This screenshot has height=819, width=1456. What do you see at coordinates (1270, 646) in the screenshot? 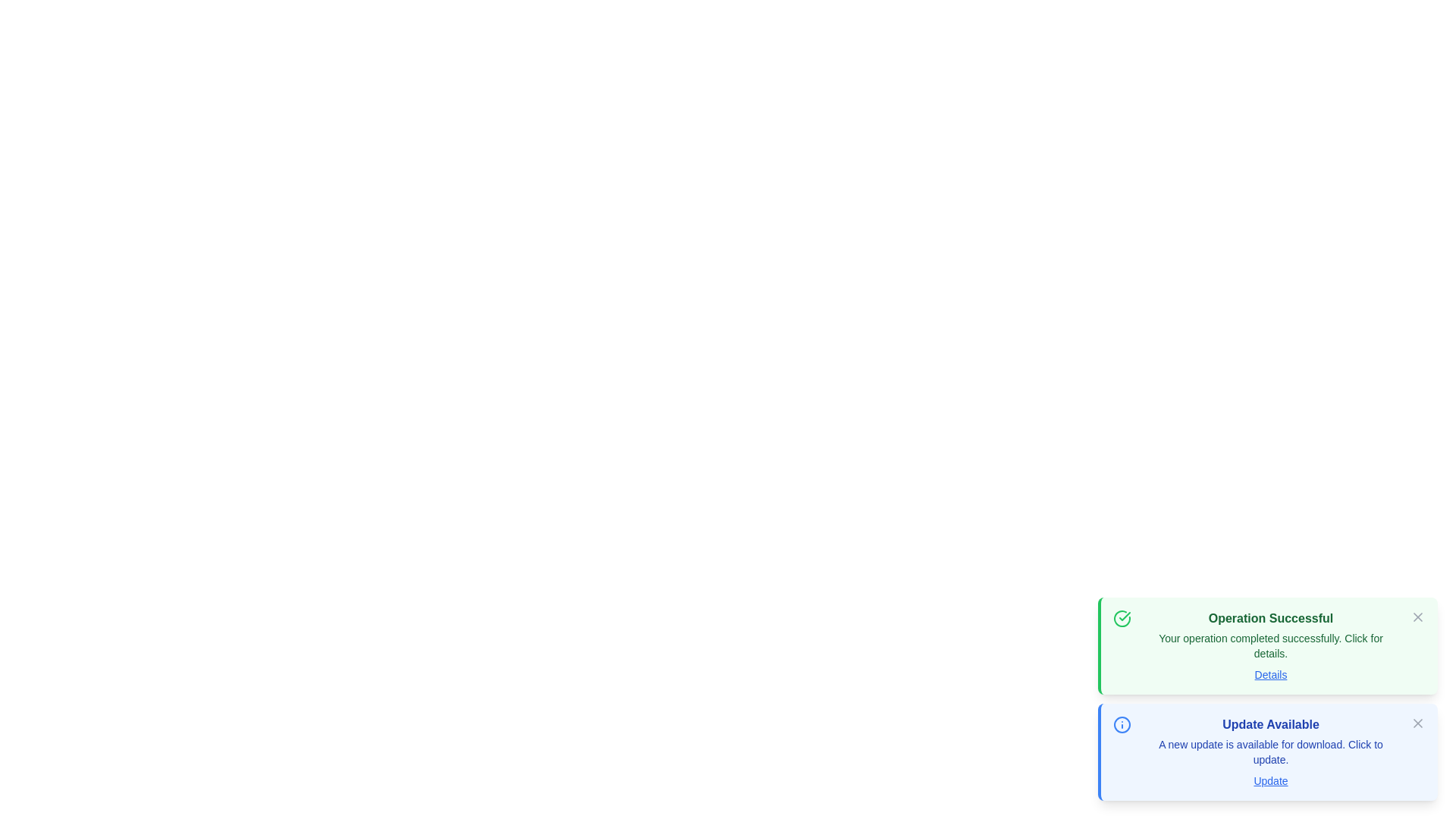
I see `the Notification panel that provides feedback about the success of the recent operation, located near the upper-right corner of the interface` at bounding box center [1270, 646].